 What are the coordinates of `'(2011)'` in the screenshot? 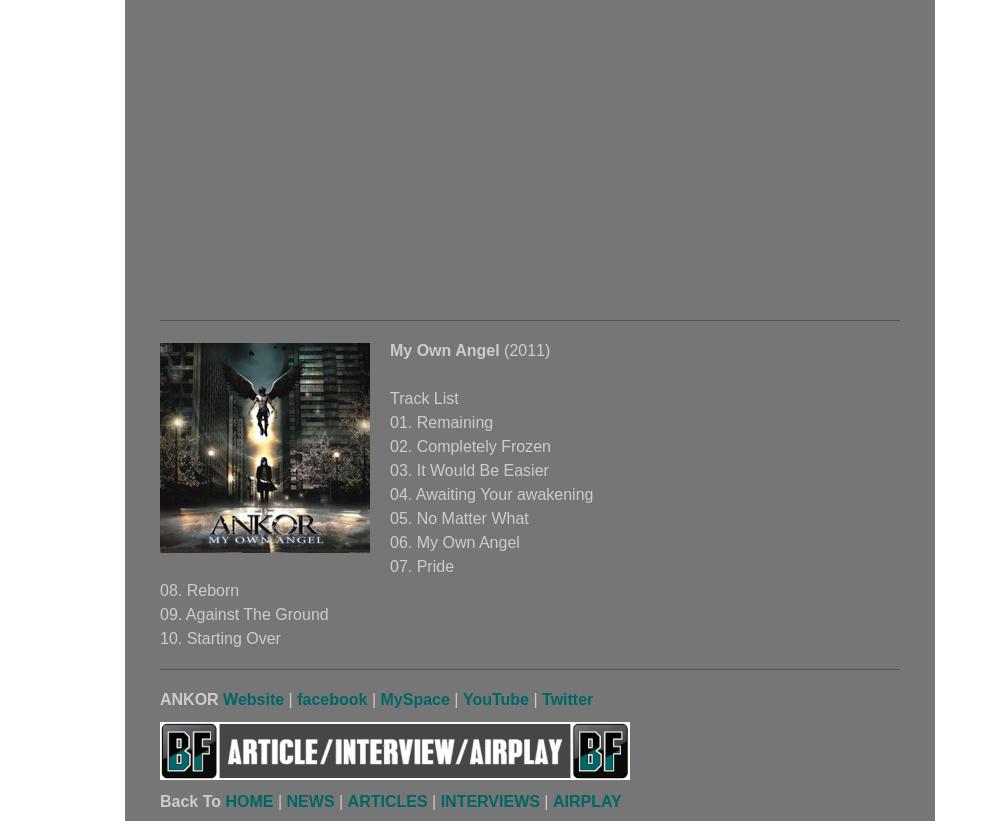 It's located at (498, 350).